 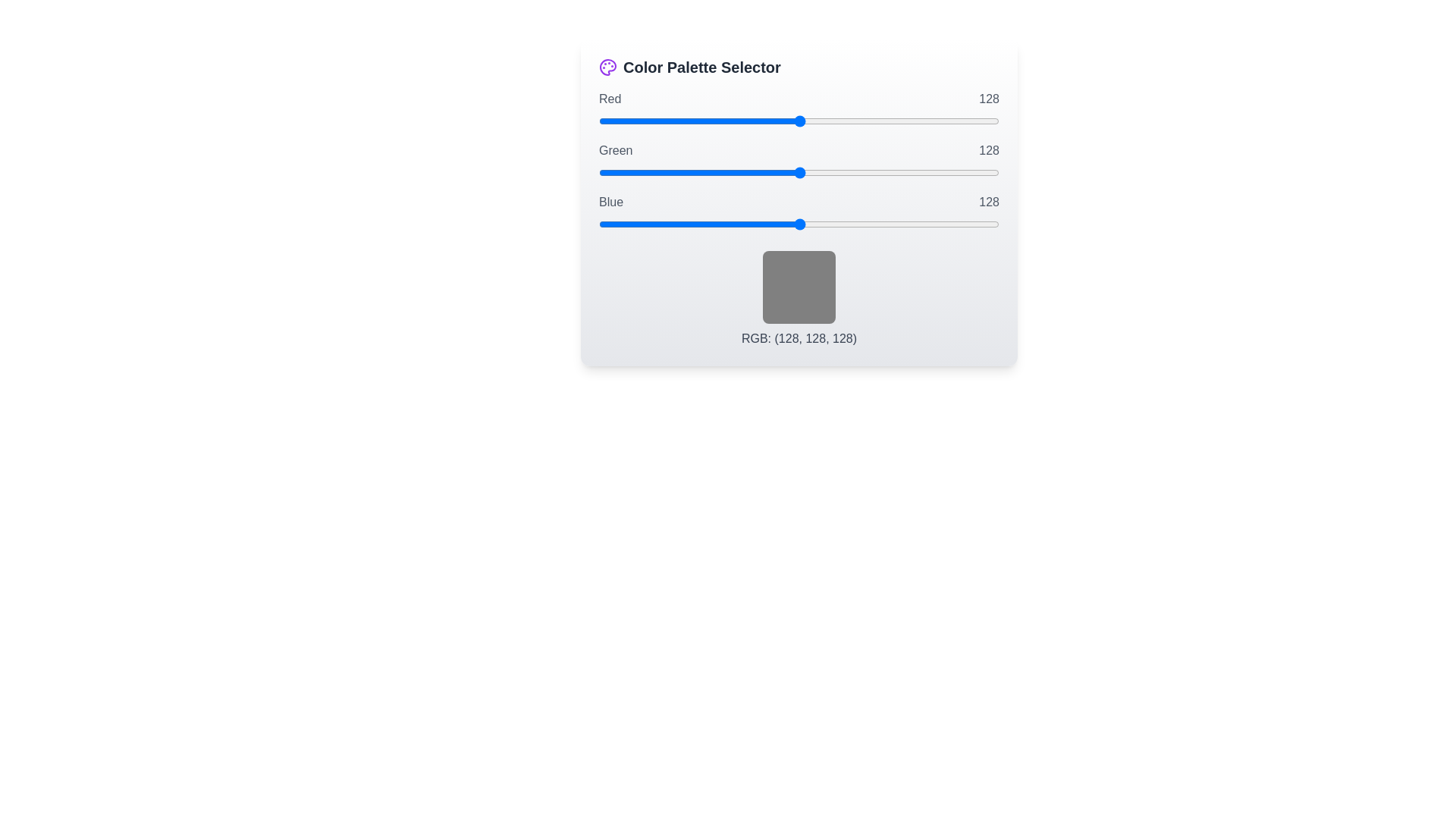 What do you see at coordinates (799, 120) in the screenshot?
I see `the 0 slider to 122 to observe the color preview box update` at bounding box center [799, 120].